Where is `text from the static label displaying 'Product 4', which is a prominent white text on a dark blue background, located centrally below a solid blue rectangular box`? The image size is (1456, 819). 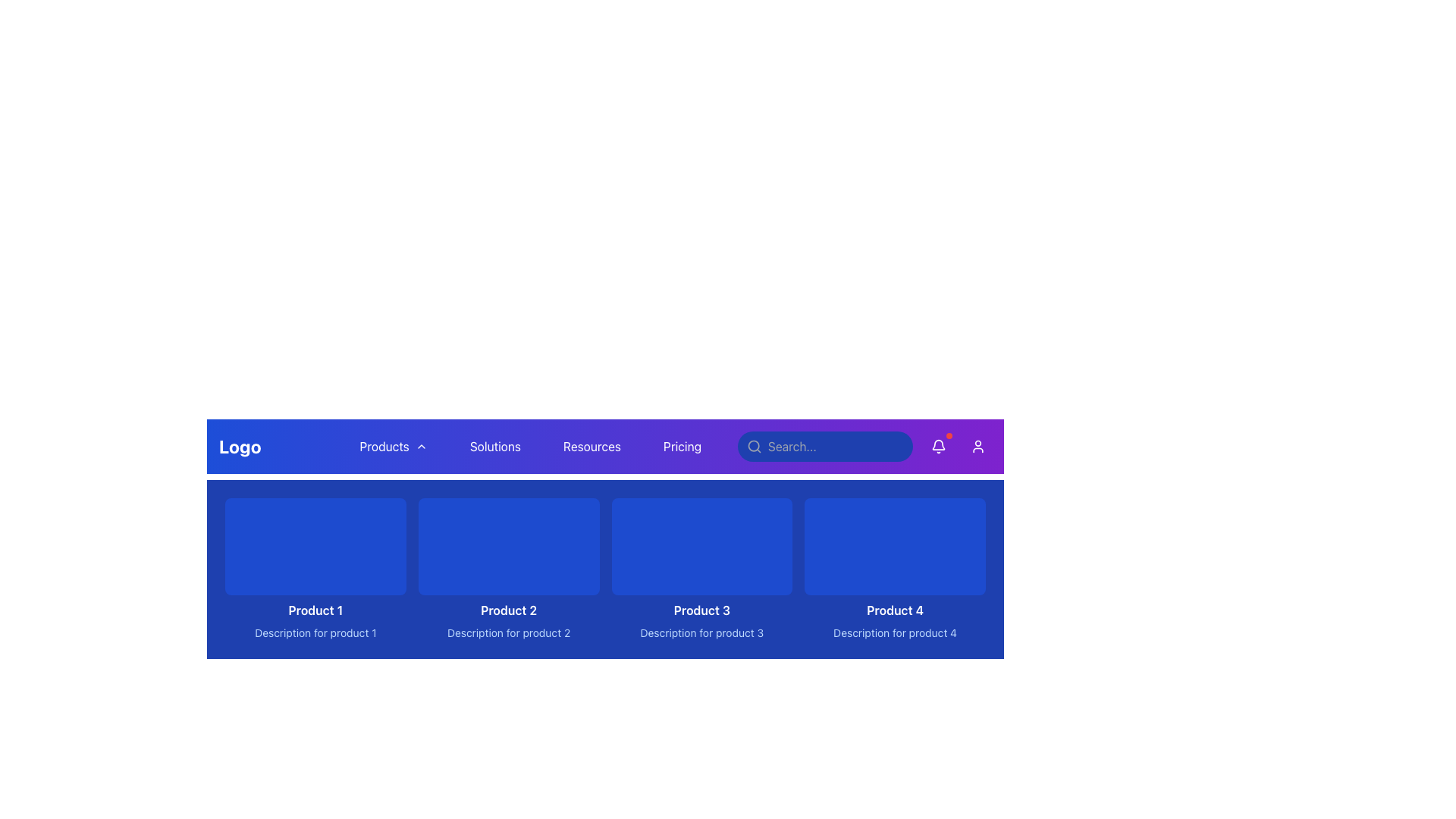 text from the static label displaying 'Product 4', which is a prominent white text on a dark blue background, located centrally below a solid blue rectangular box is located at coordinates (895, 610).